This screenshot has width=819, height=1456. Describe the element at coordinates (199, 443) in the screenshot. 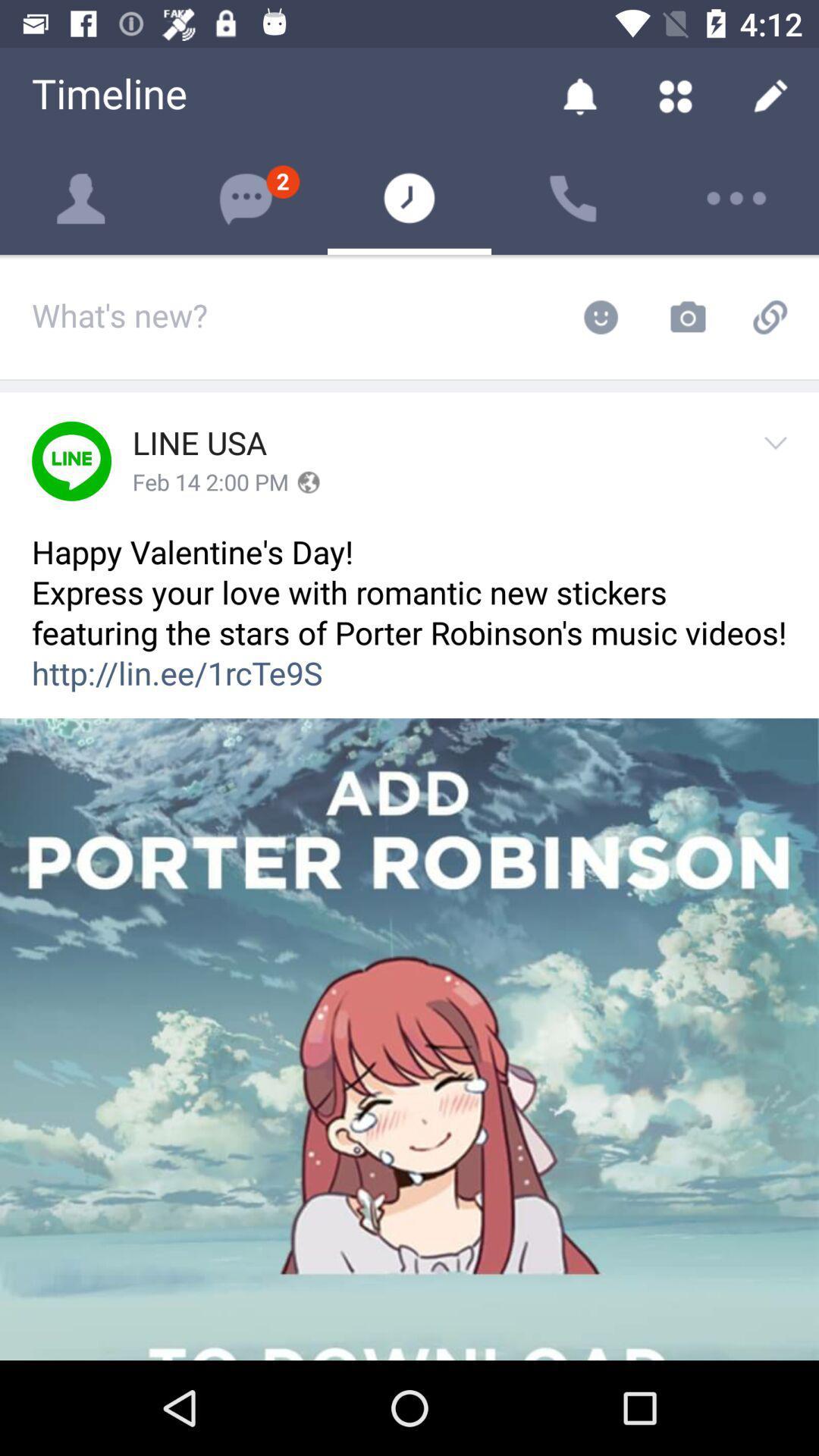

I see `line usa below whats new` at that location.